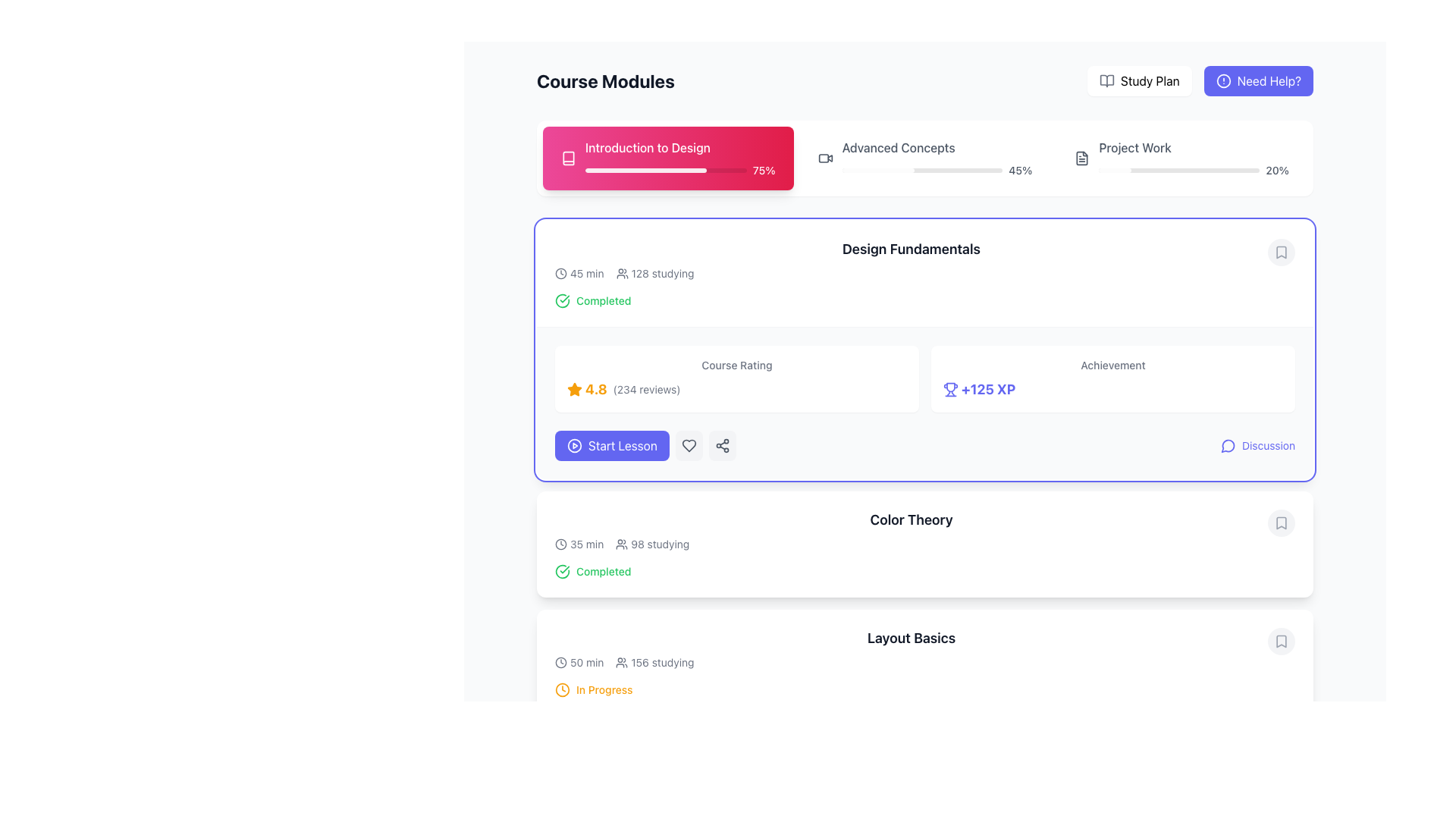 The height and width of the screenshot is (819, 1456). What do you see at coordinates (1178, 170) in the screenshot?
I see `the light gray background track of the progress bar located under the 'Project Work' section` at bounding box center [1178, 170].